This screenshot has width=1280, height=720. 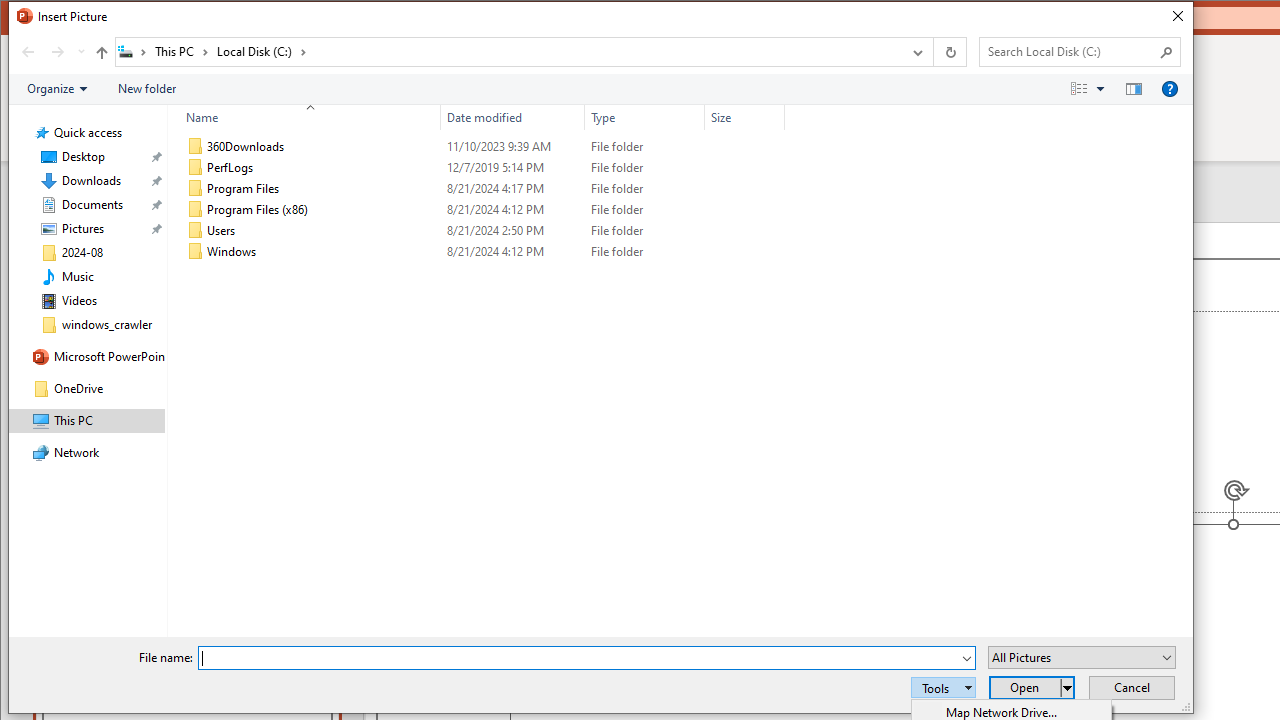 What do you see at coordinates (80, 50) in the screenshot?
I see `'Recent locations'` at bounding box center [80, 50].